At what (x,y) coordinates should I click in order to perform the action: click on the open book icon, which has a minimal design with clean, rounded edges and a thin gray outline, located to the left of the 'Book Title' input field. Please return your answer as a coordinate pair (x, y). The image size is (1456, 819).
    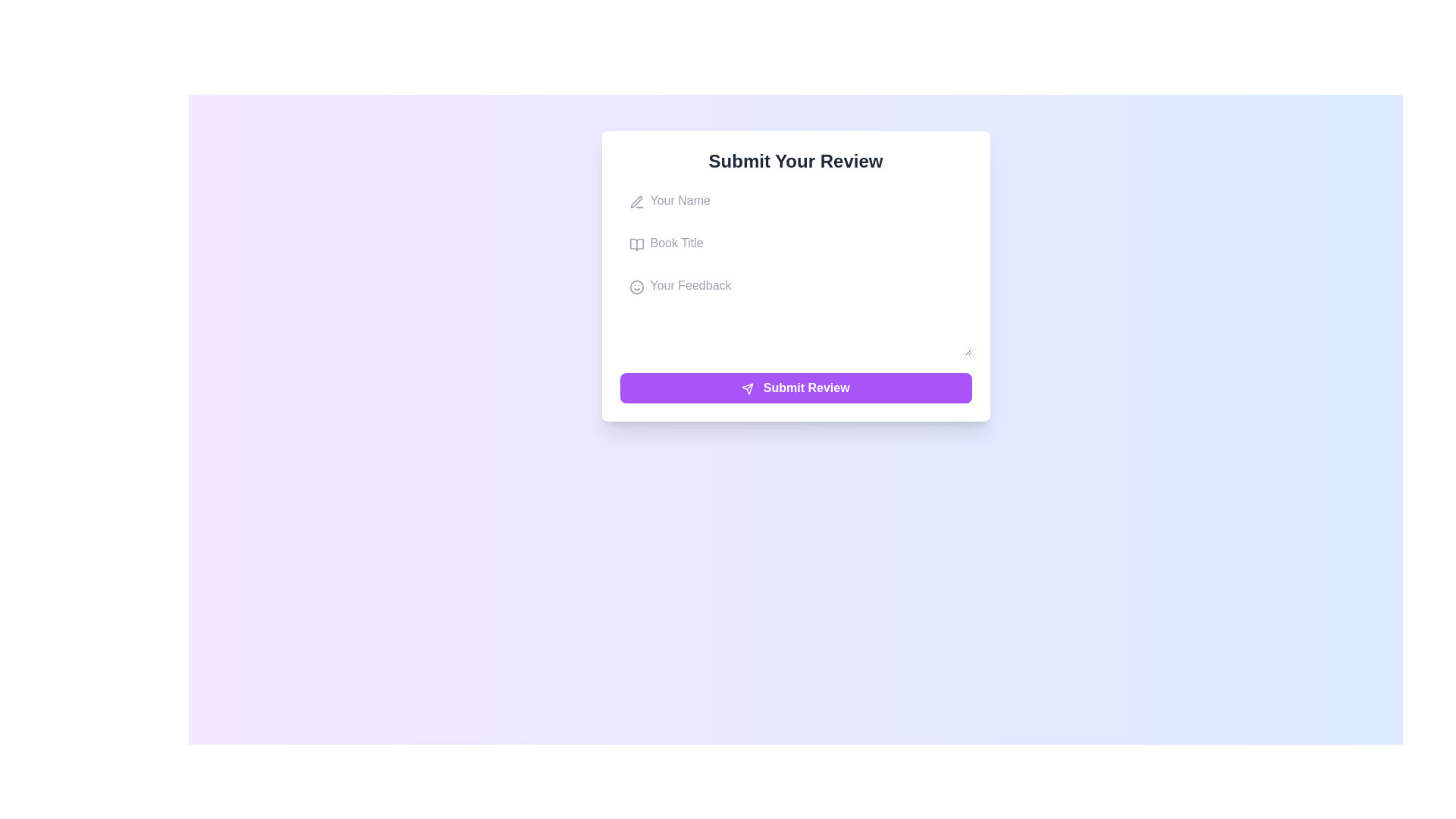
    Looking at the image, I should click on (636, 244).